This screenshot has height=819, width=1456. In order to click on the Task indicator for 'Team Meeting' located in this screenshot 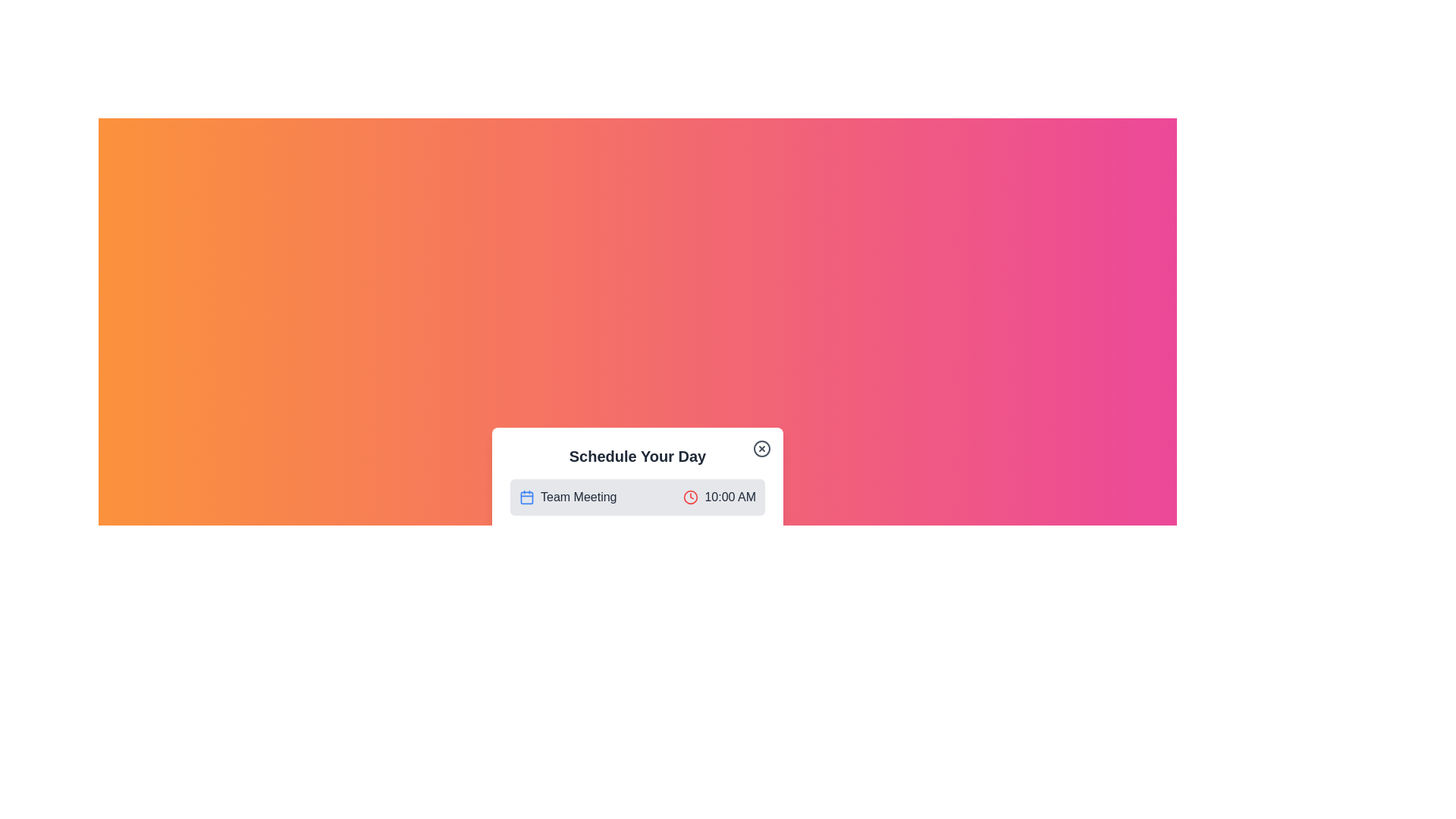, I will do `click(637, 520)`.